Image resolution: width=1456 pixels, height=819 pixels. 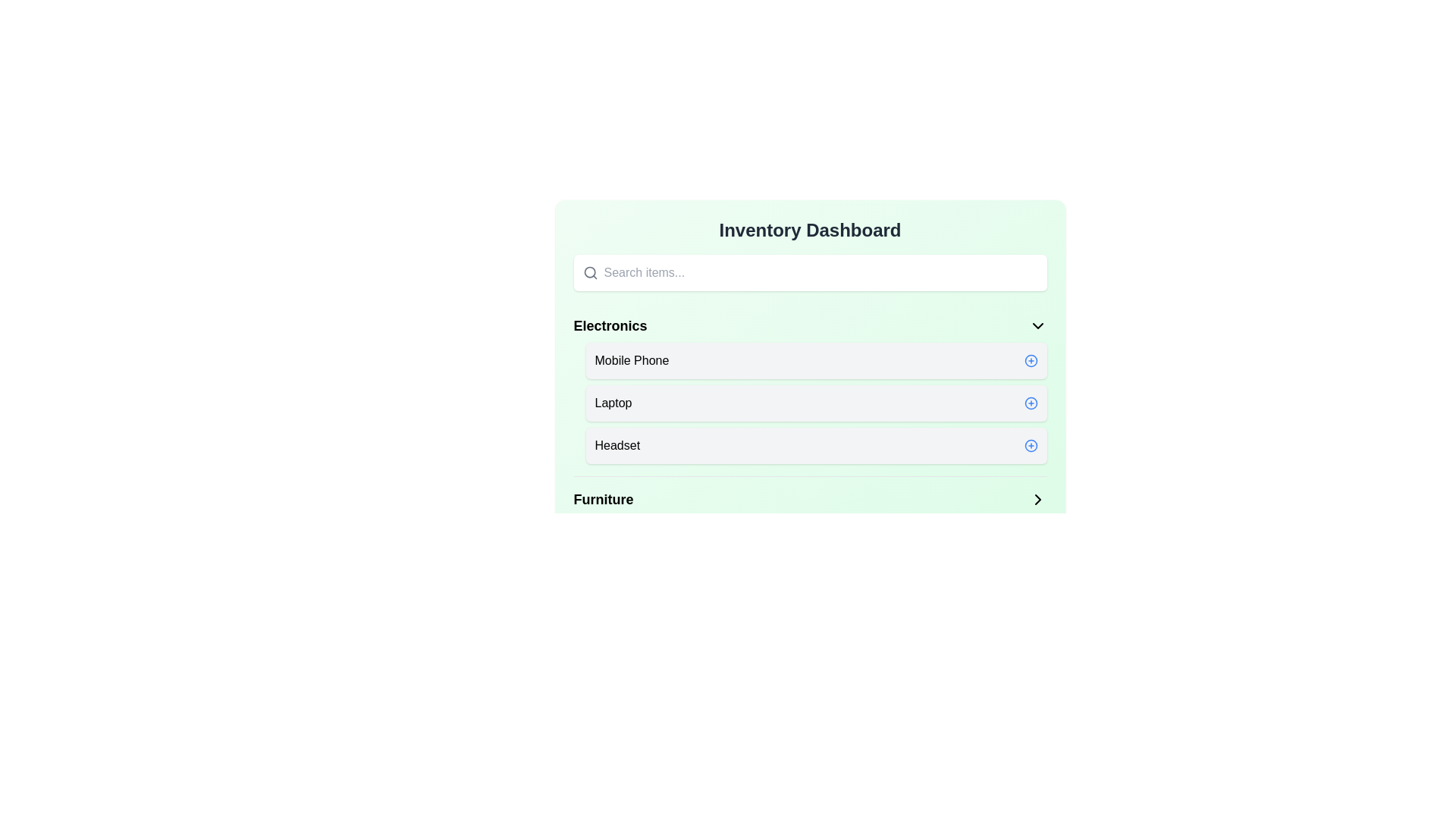 I want to click on the search icon to focus on the search input, so click(x=589, y=271).